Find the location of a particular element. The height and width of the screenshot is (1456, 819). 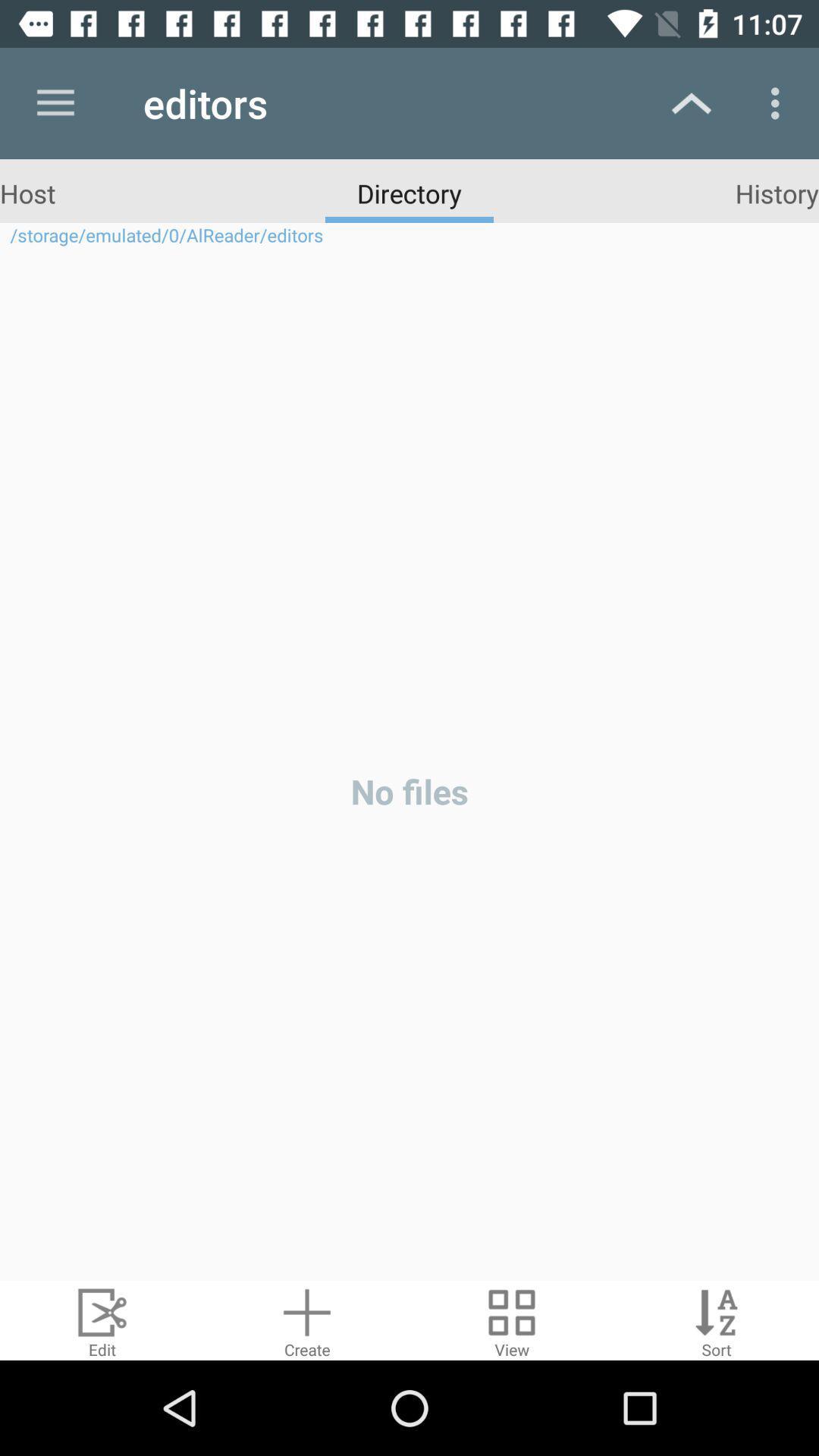

the icon to the left of the editors icon is located at coordinates (55, 102).